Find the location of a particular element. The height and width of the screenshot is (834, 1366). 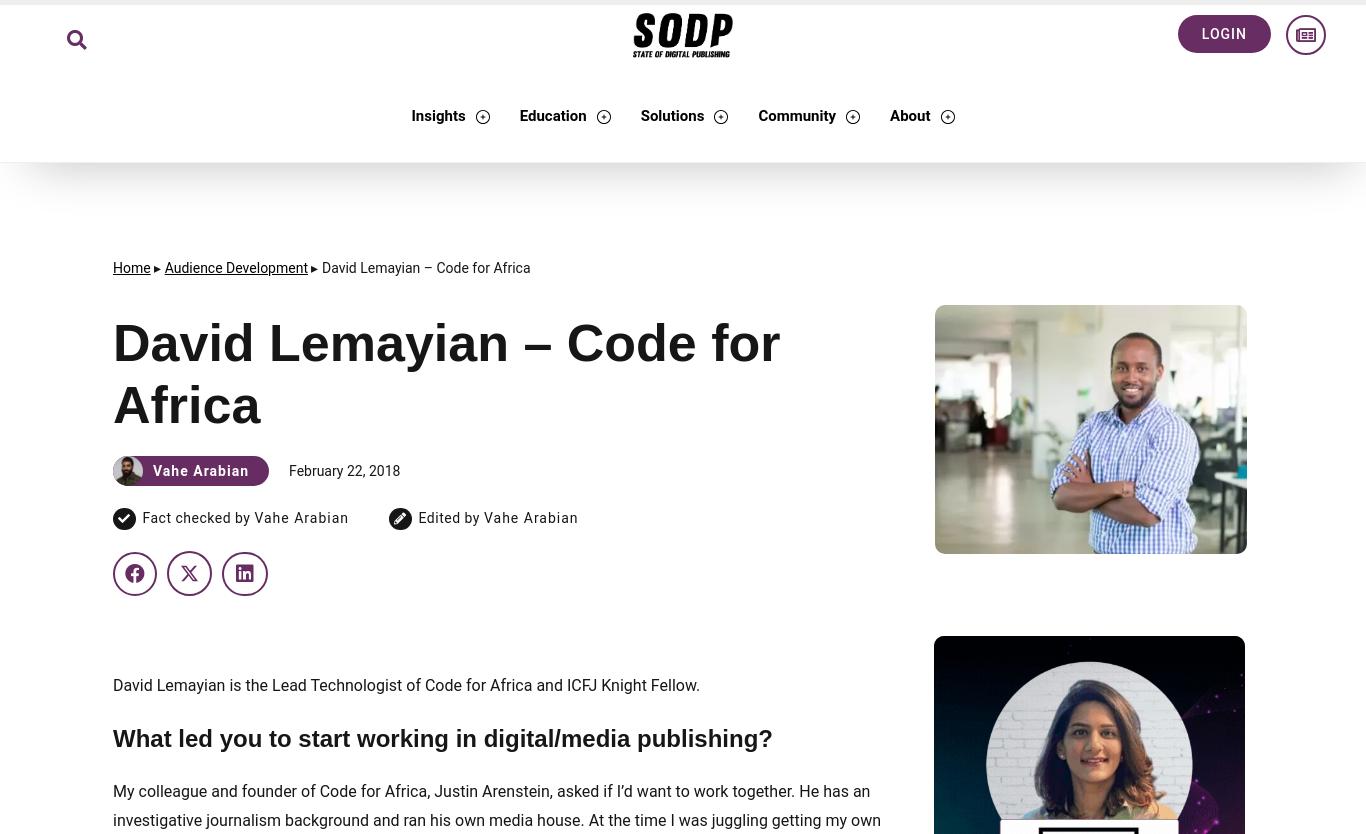

'Education' is located at coordinates (518, 115).